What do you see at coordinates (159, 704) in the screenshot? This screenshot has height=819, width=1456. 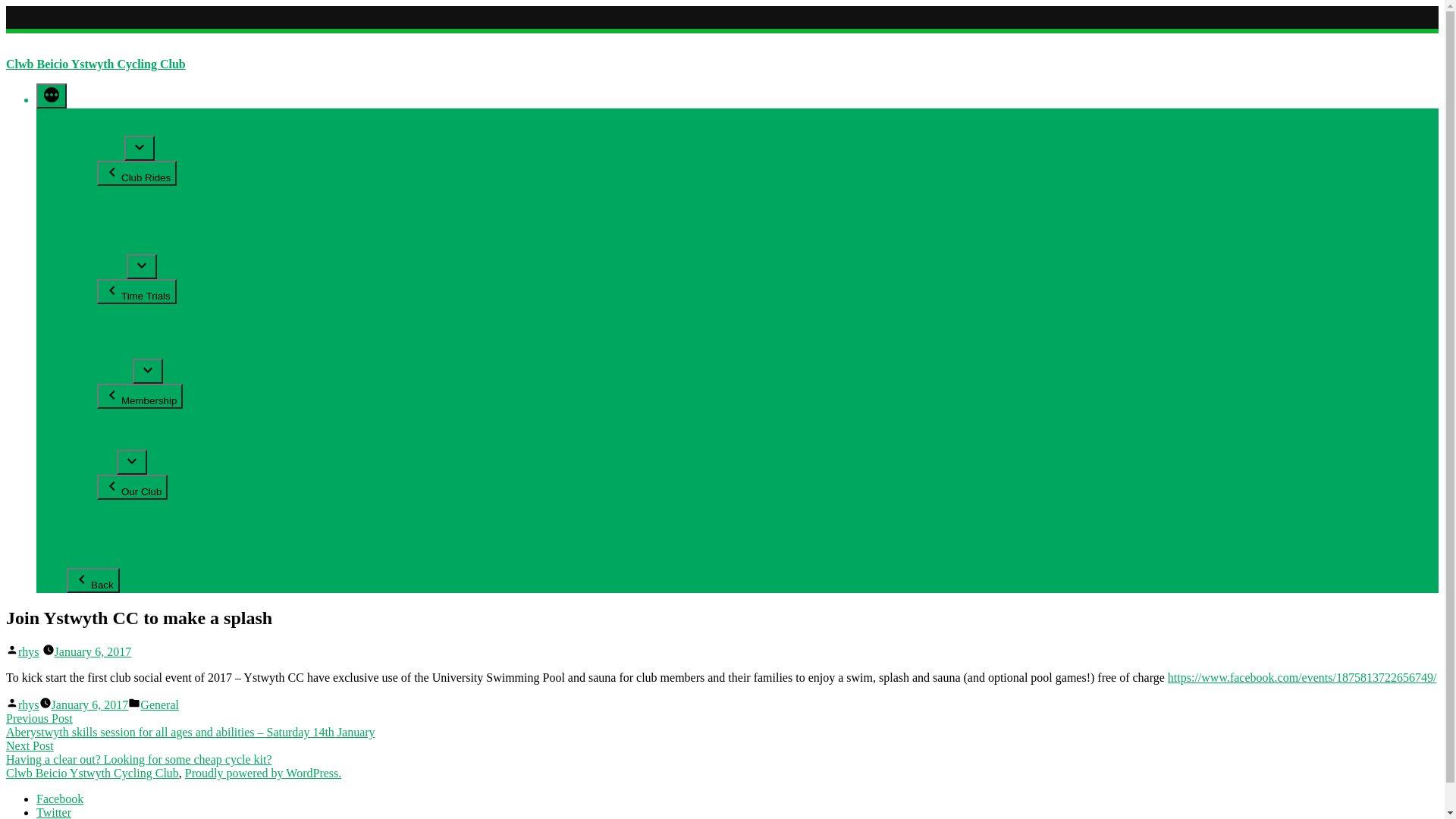 I see `'General'` at bounding box center [159, 704].